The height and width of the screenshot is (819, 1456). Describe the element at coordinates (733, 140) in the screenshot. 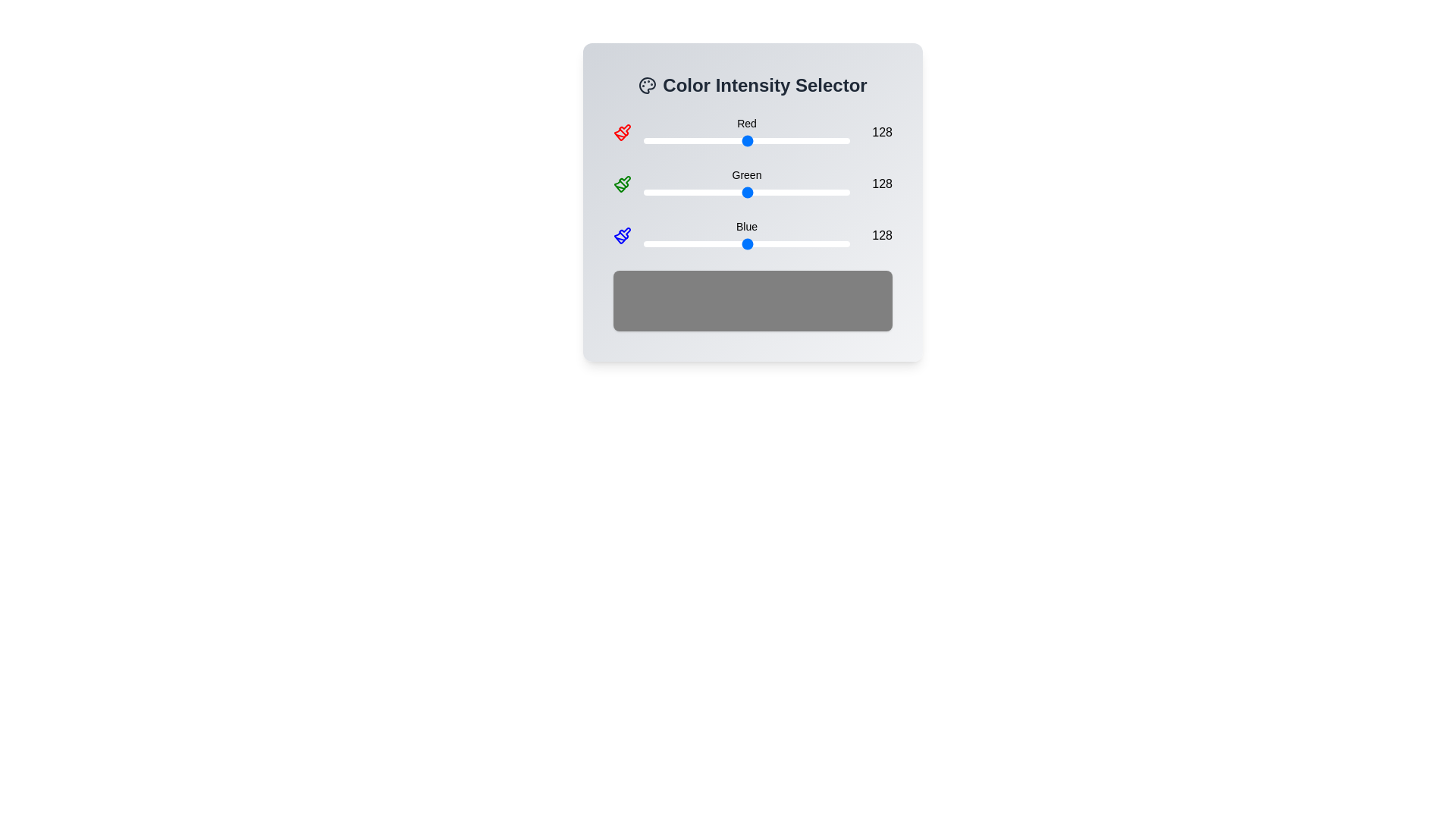

I see `the red color intensity` at that location.